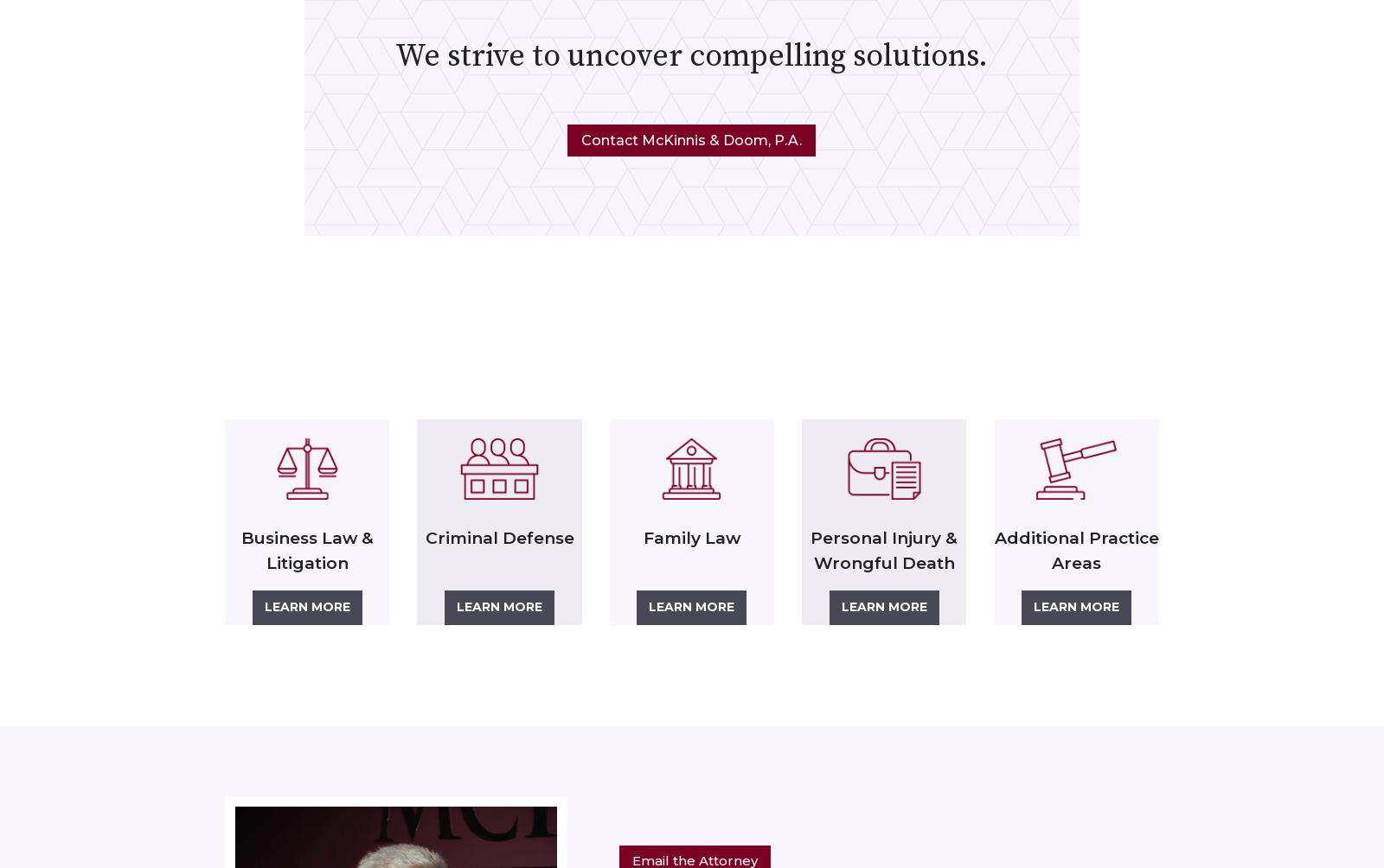 This screenshot has width=1384, height=868. Describe the element at coordinates (240, 550) in the screenshot. I see `'Business Law & Litigation'` at that location.